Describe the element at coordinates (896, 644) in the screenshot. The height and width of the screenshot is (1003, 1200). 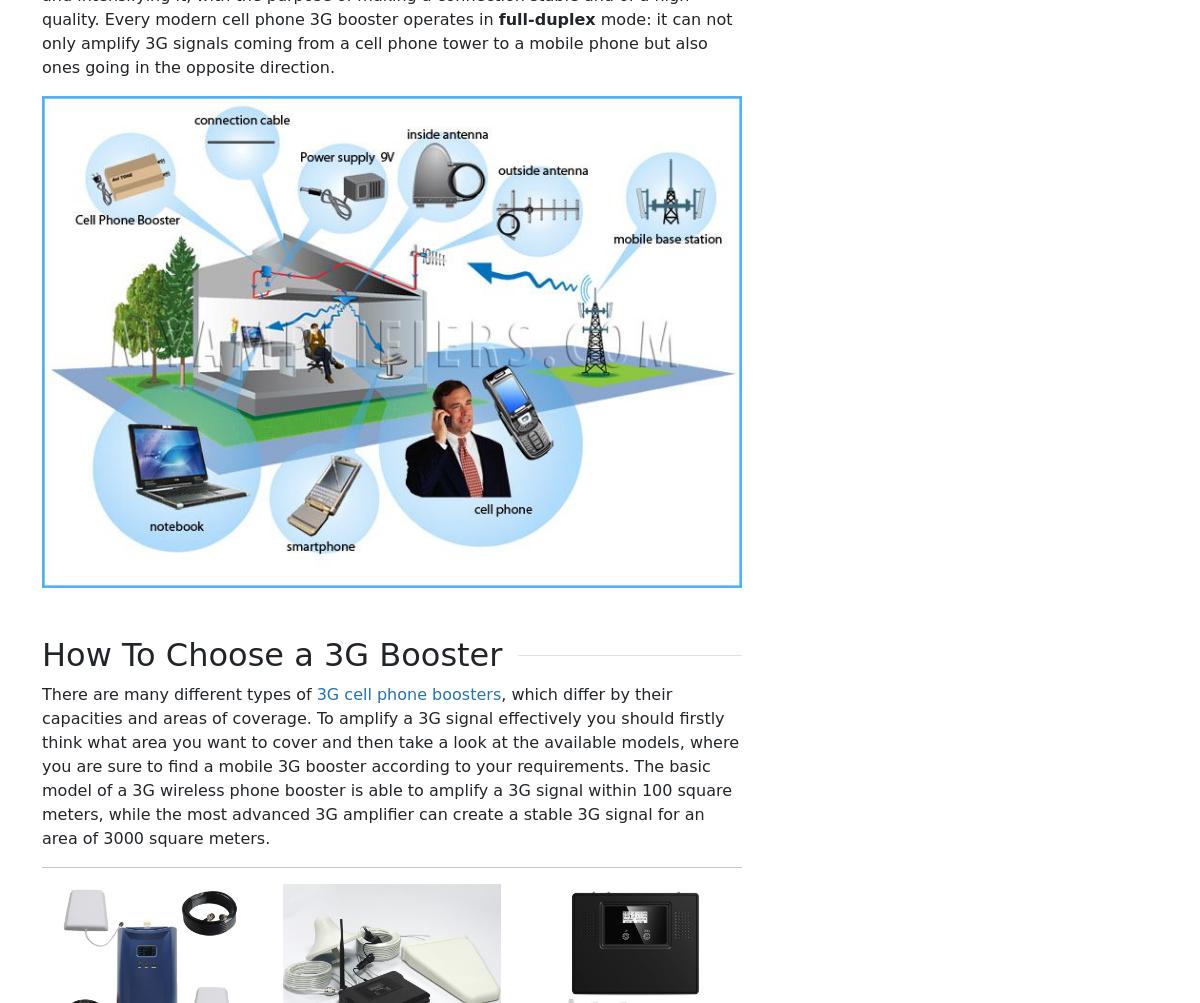
I see `'Articles'` at that location.